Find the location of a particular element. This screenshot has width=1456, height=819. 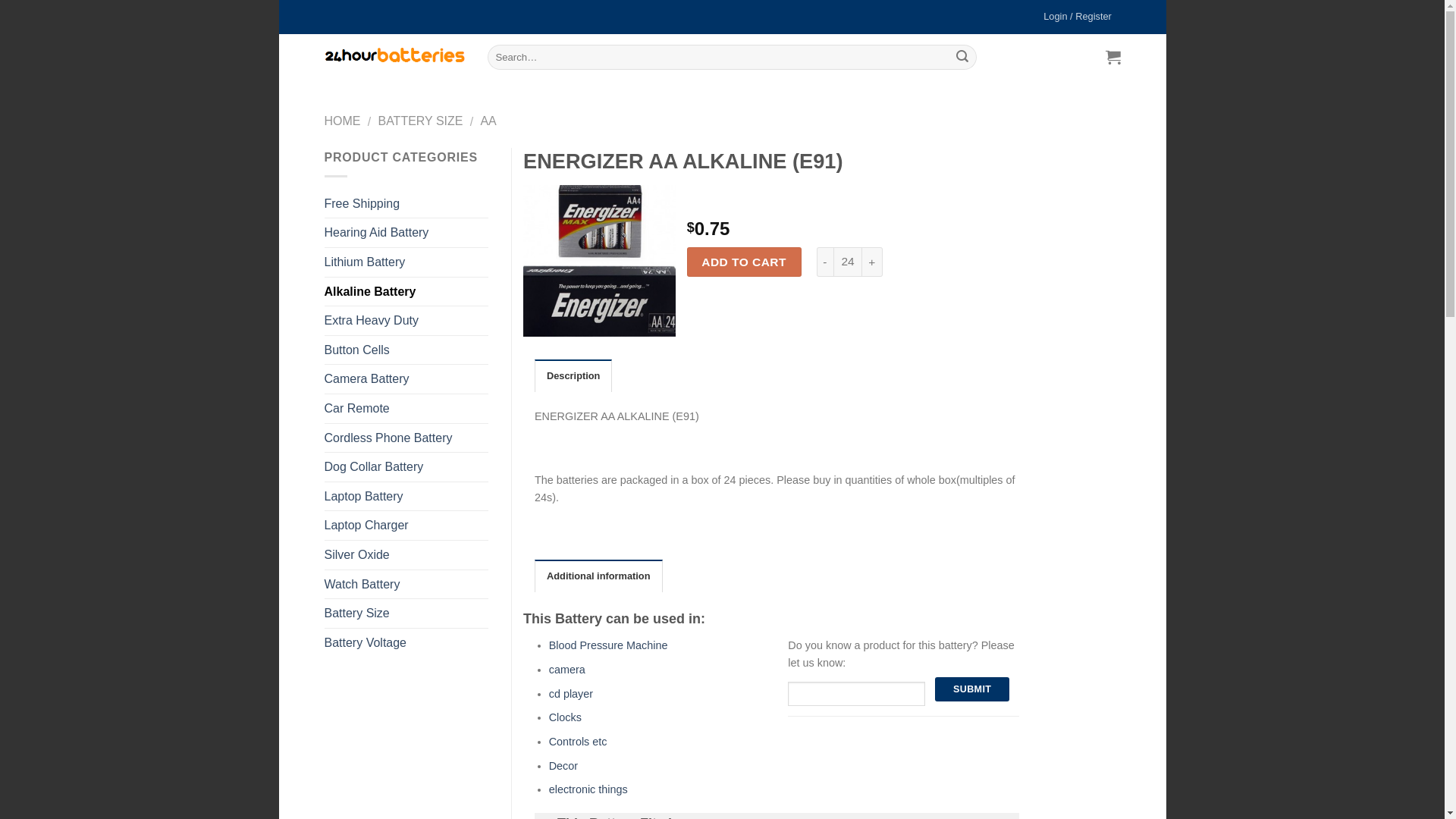

'24Hour Batteries - ' is located at coordinates (394, 55).